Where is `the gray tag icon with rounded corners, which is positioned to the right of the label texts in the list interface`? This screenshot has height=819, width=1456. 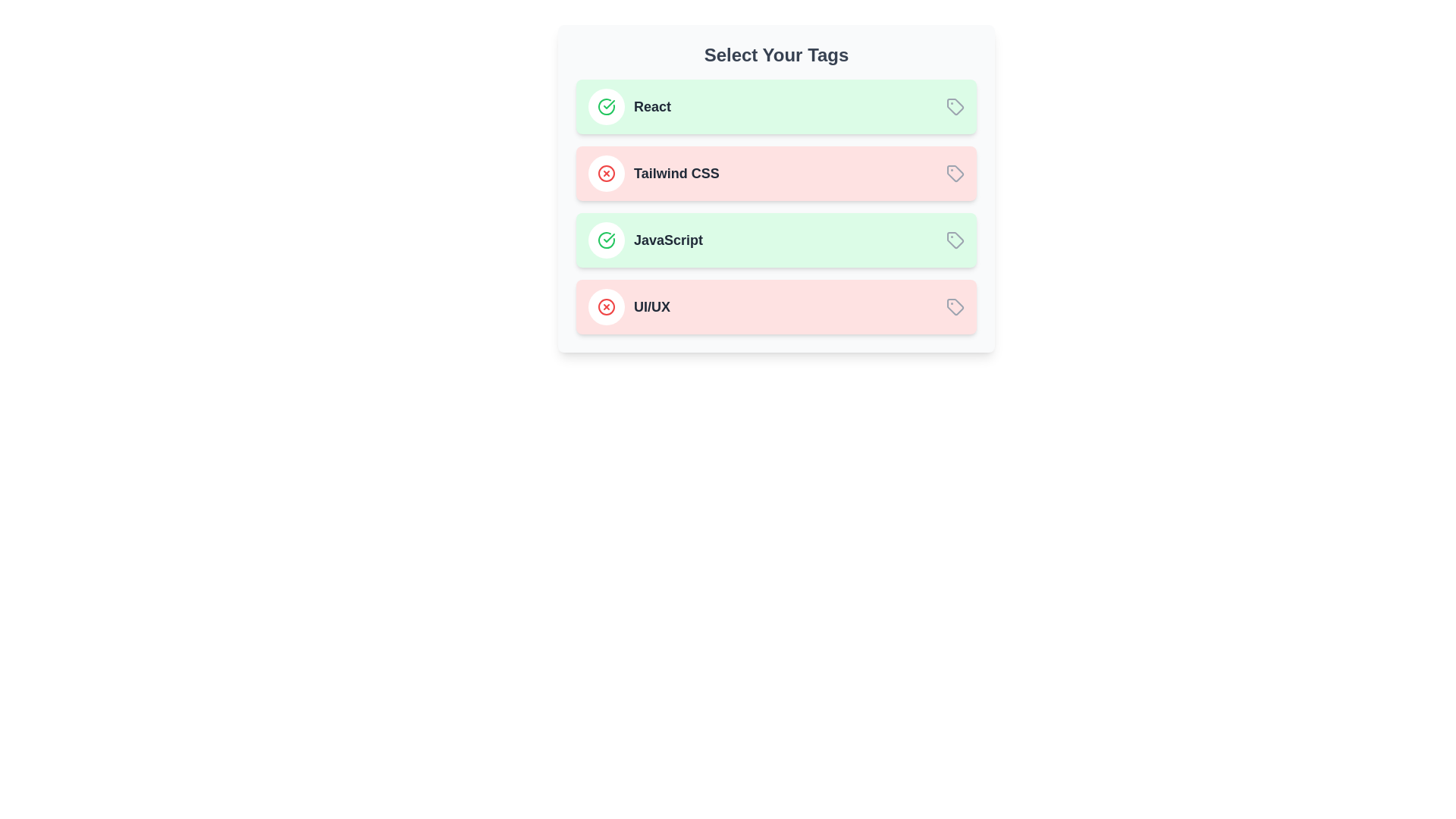
the gray tag icon with rounded corners, which is positioned to the right of the label texts in the list interface is located at coordinates (954, 307).